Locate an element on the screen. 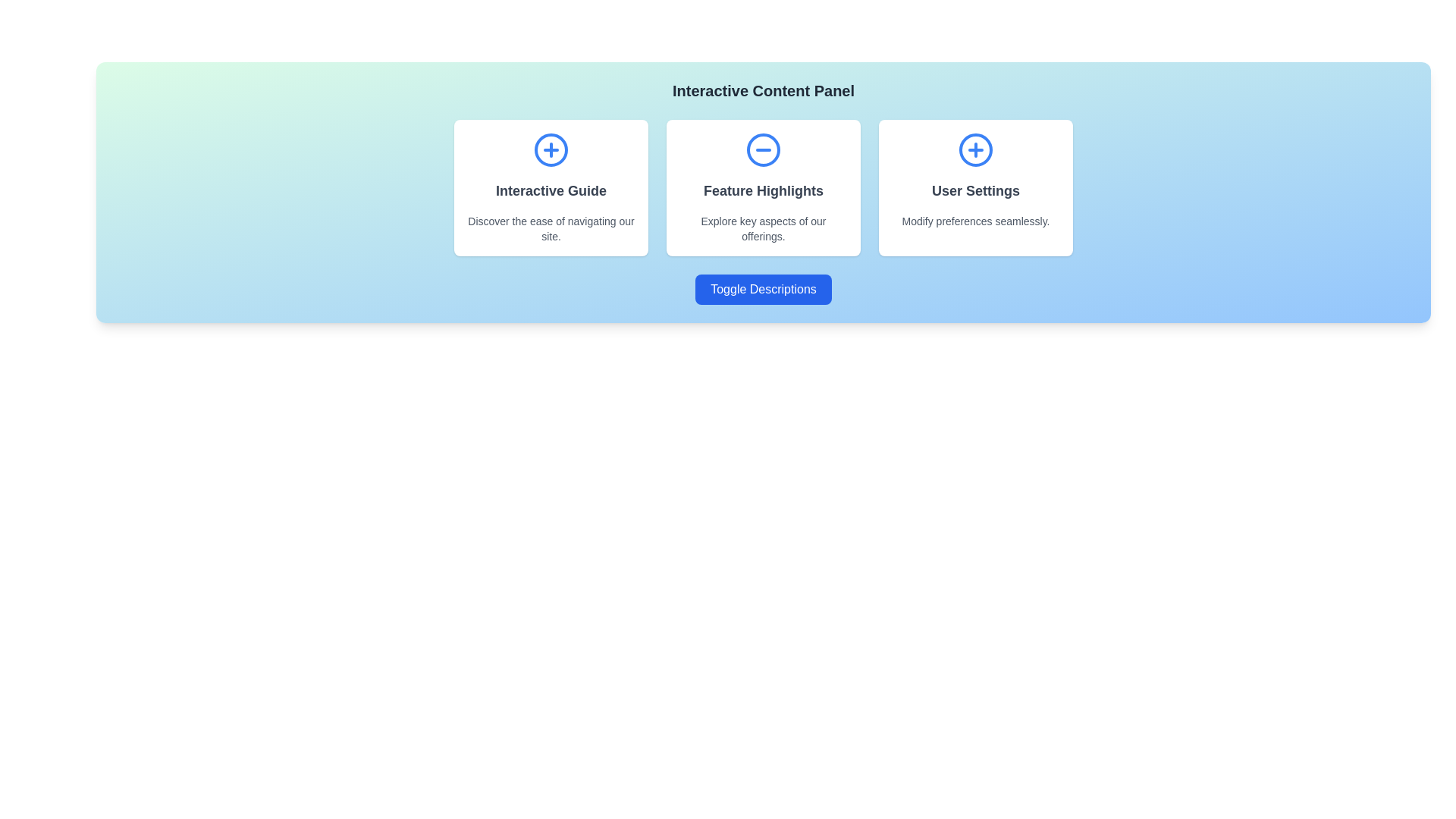  the button labeled 'Toggle Descriptions' with a blue background to observe a change in background color is located at coordinates (764, 289).